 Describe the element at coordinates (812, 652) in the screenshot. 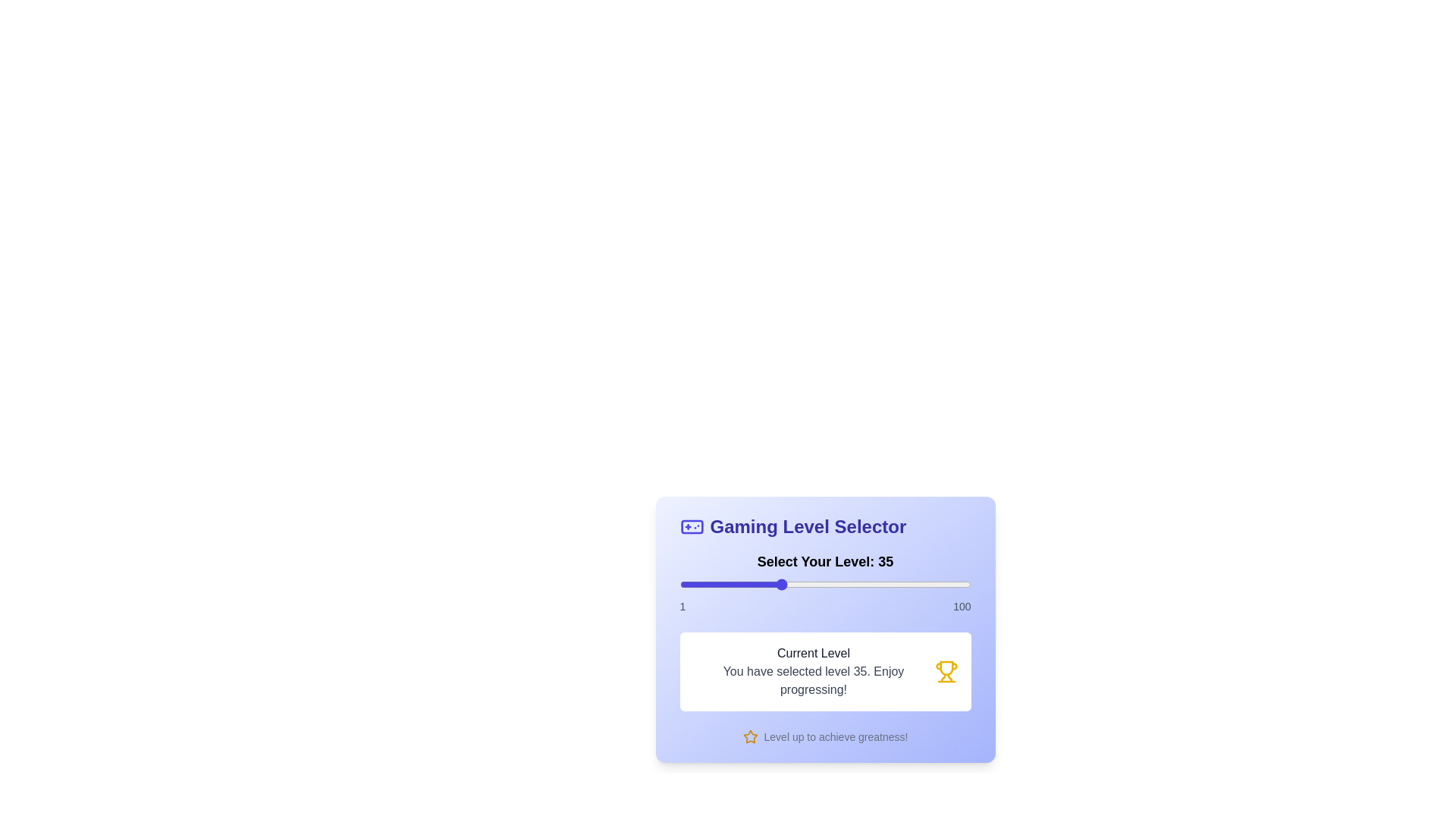

I see `the static text label indicating 'Current Level' which serves as a header for the user's current level information` at that location.